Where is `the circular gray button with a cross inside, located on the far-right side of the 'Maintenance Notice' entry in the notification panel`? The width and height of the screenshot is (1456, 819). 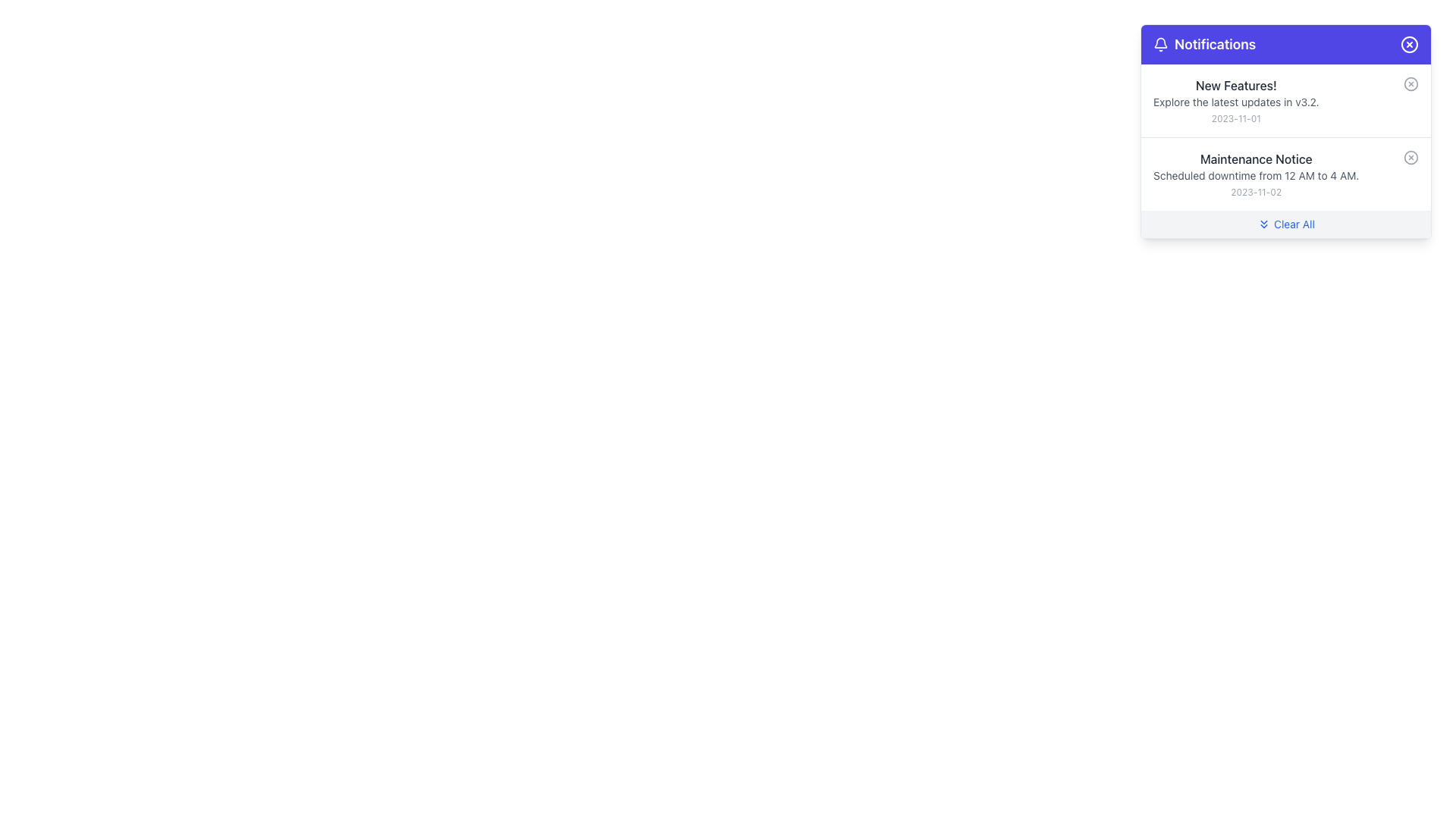 the circular gray button with a cross inside, located on the far-right side of the 'Maintenance Notice' entry in the notification panel is located at coordinates (1410, 158).